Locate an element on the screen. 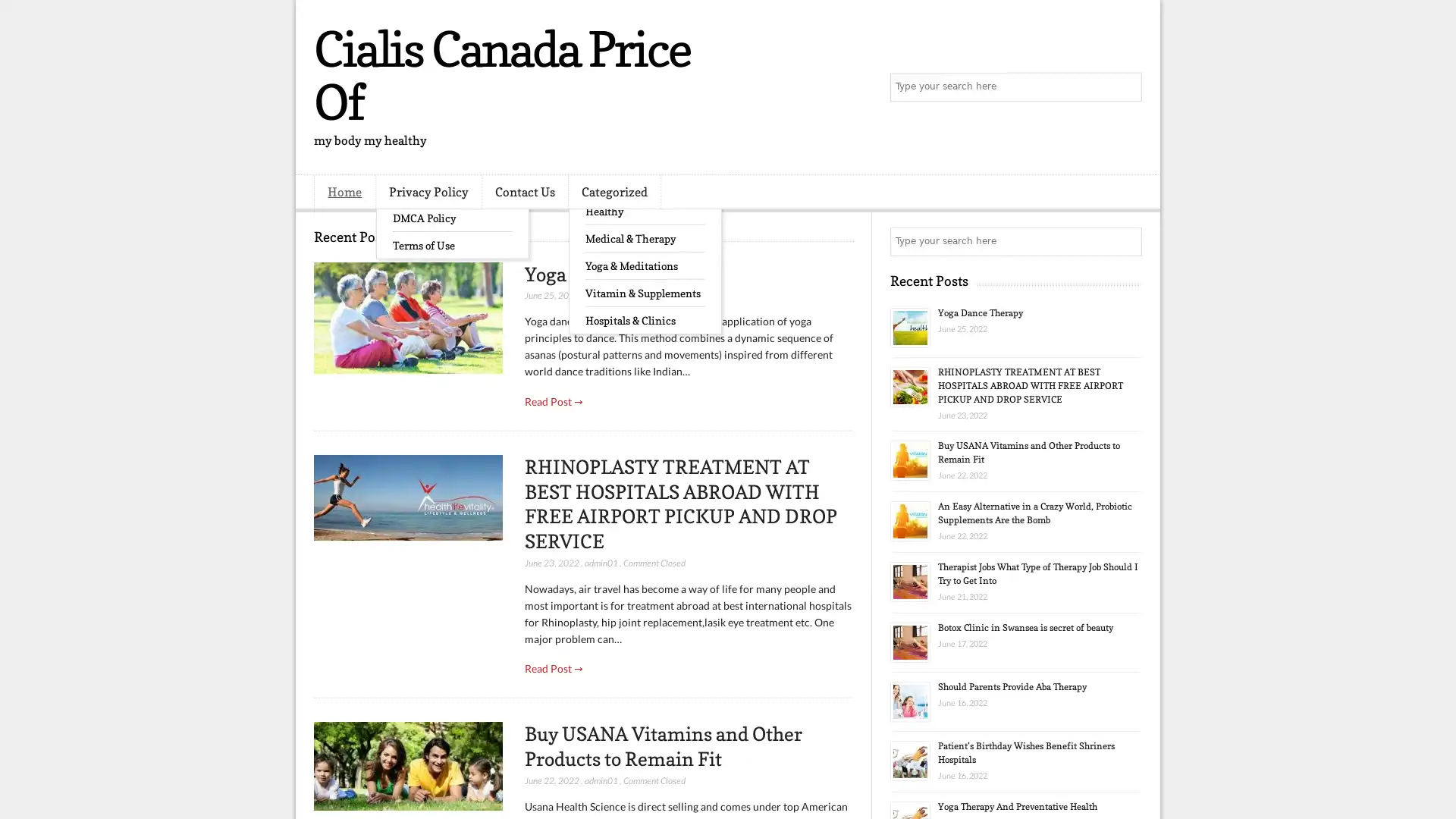 Image resolution: width=1456 pixels, height=819 pixels. Search is located at coordinates (1126, 241).